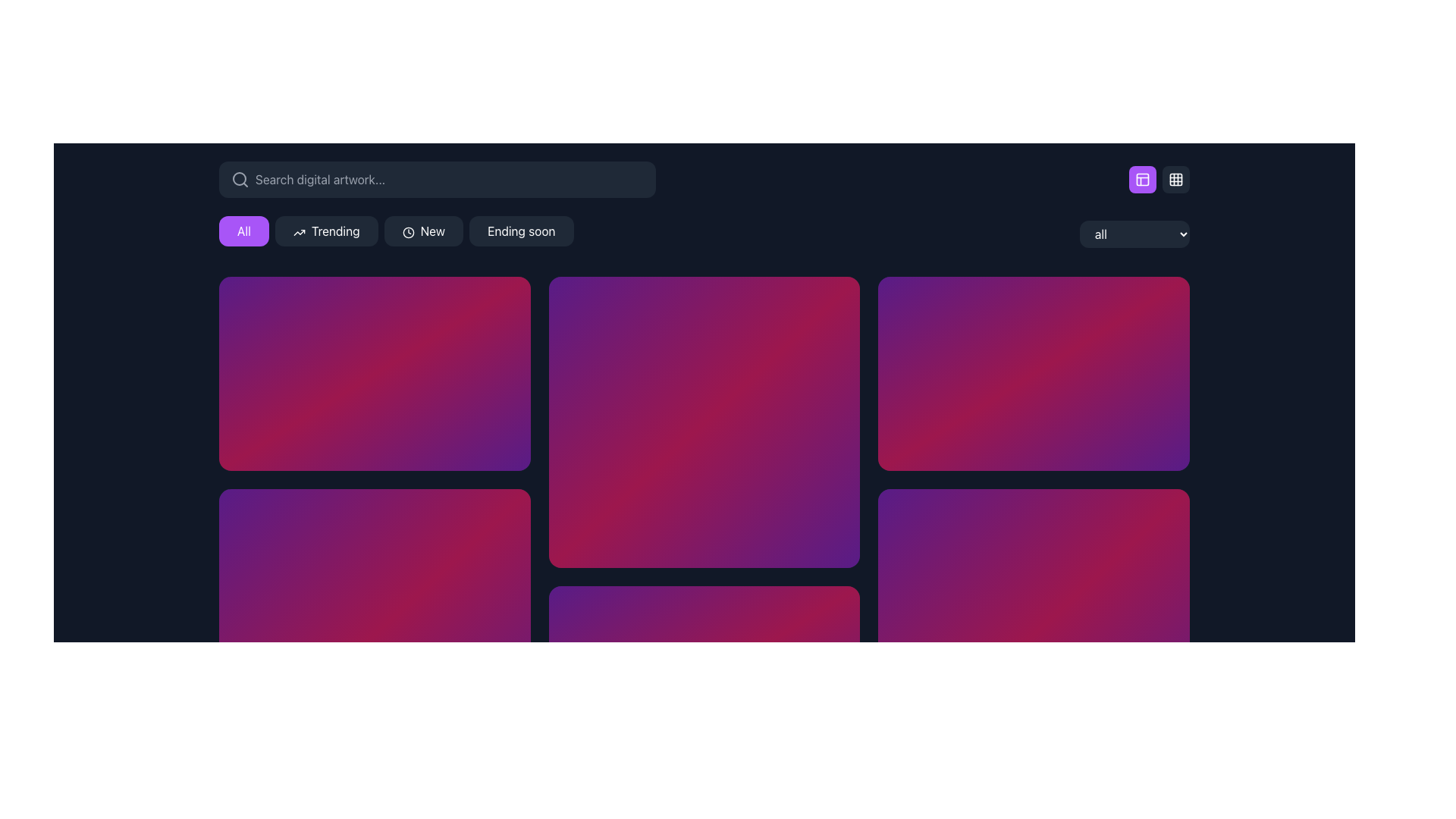 The height and width of the screenshot is (819, 1456). I want to click on the central square SVG rectangle with rounded corners in the top-right corner of the interface, so click(1175, 178).